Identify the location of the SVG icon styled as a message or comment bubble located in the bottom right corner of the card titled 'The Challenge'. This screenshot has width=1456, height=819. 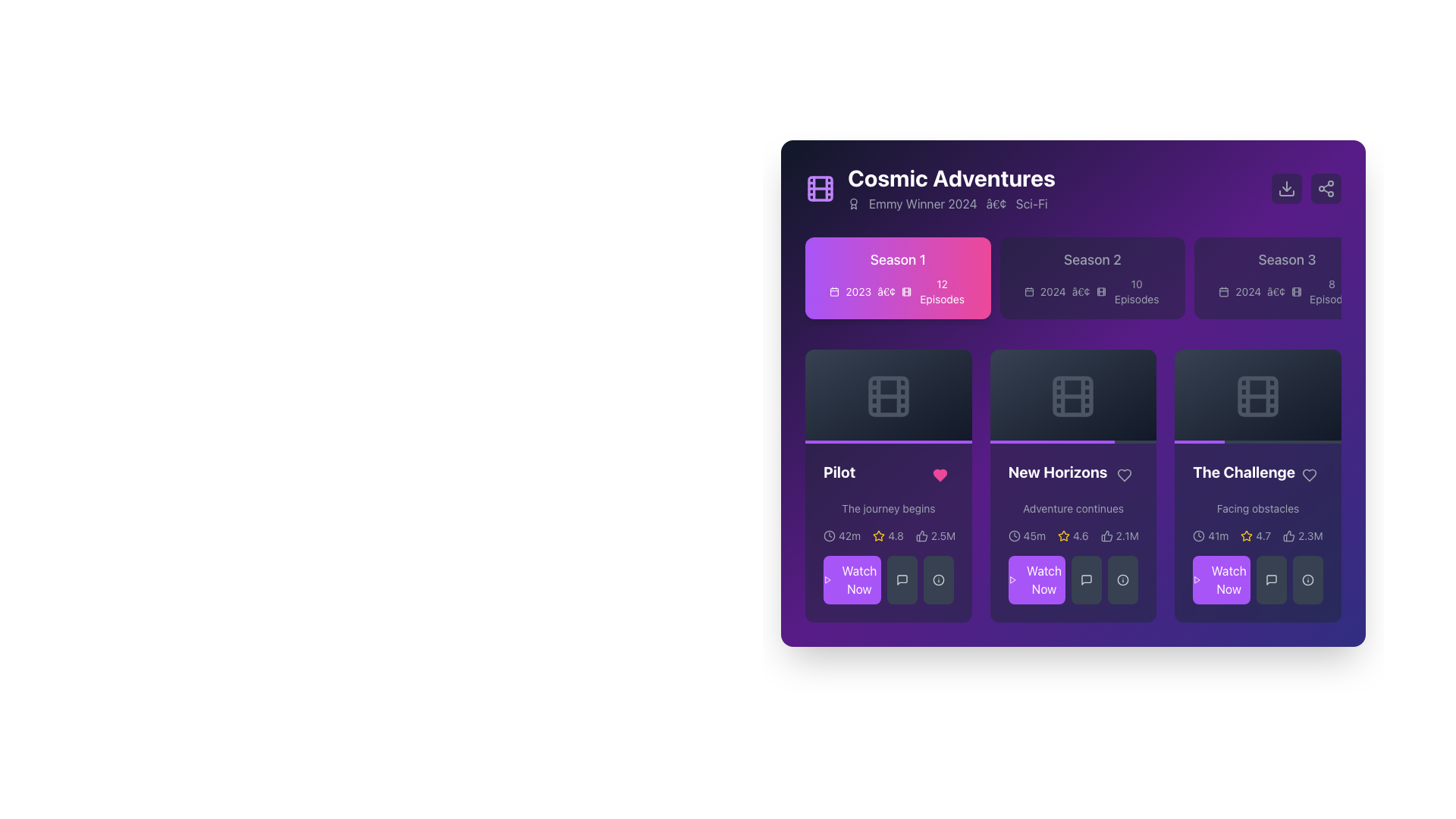
(1271, 579).